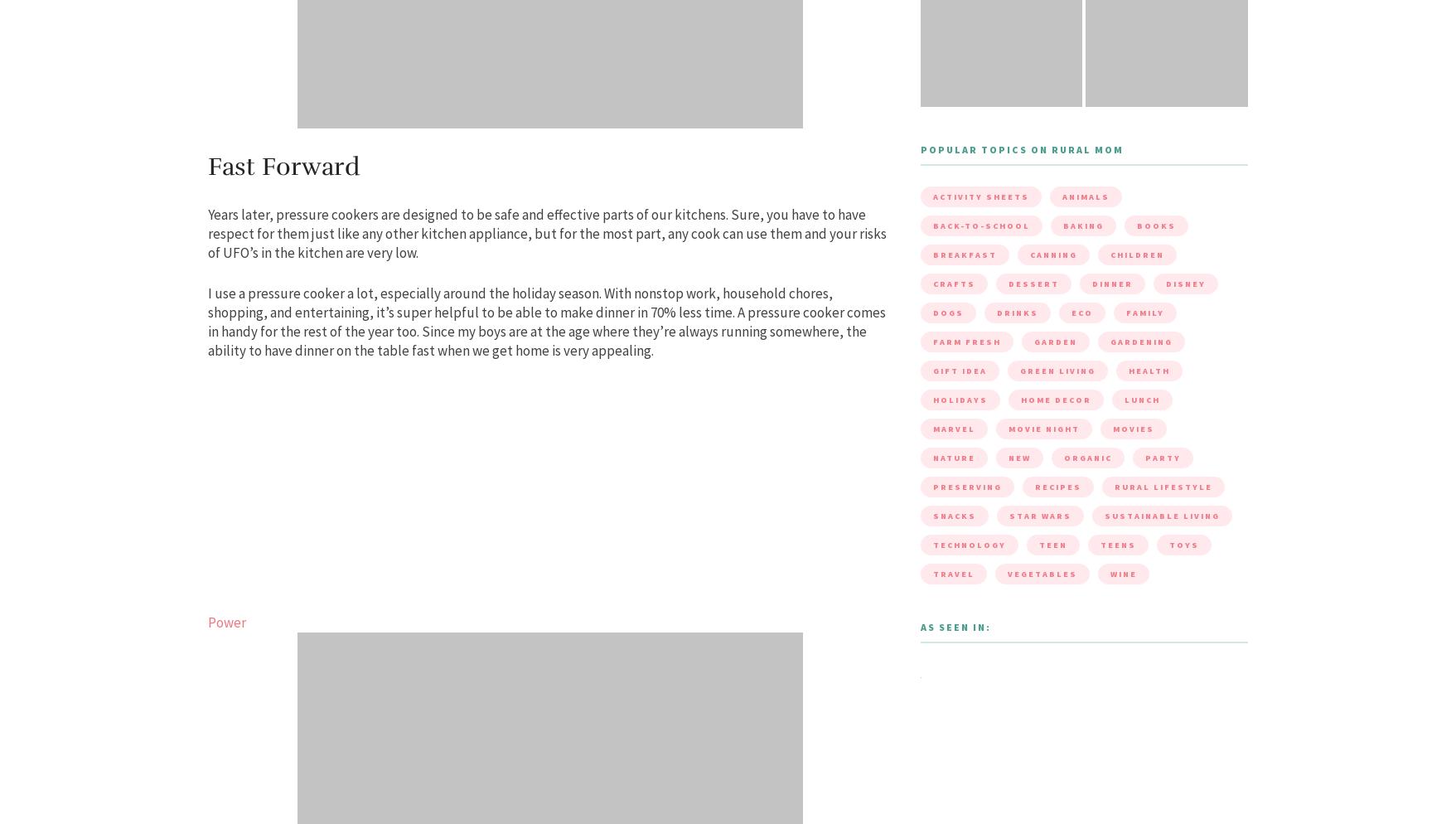 This screenshot has height=824, width=1456. I want to click on 'holidays', so click(959, 399).